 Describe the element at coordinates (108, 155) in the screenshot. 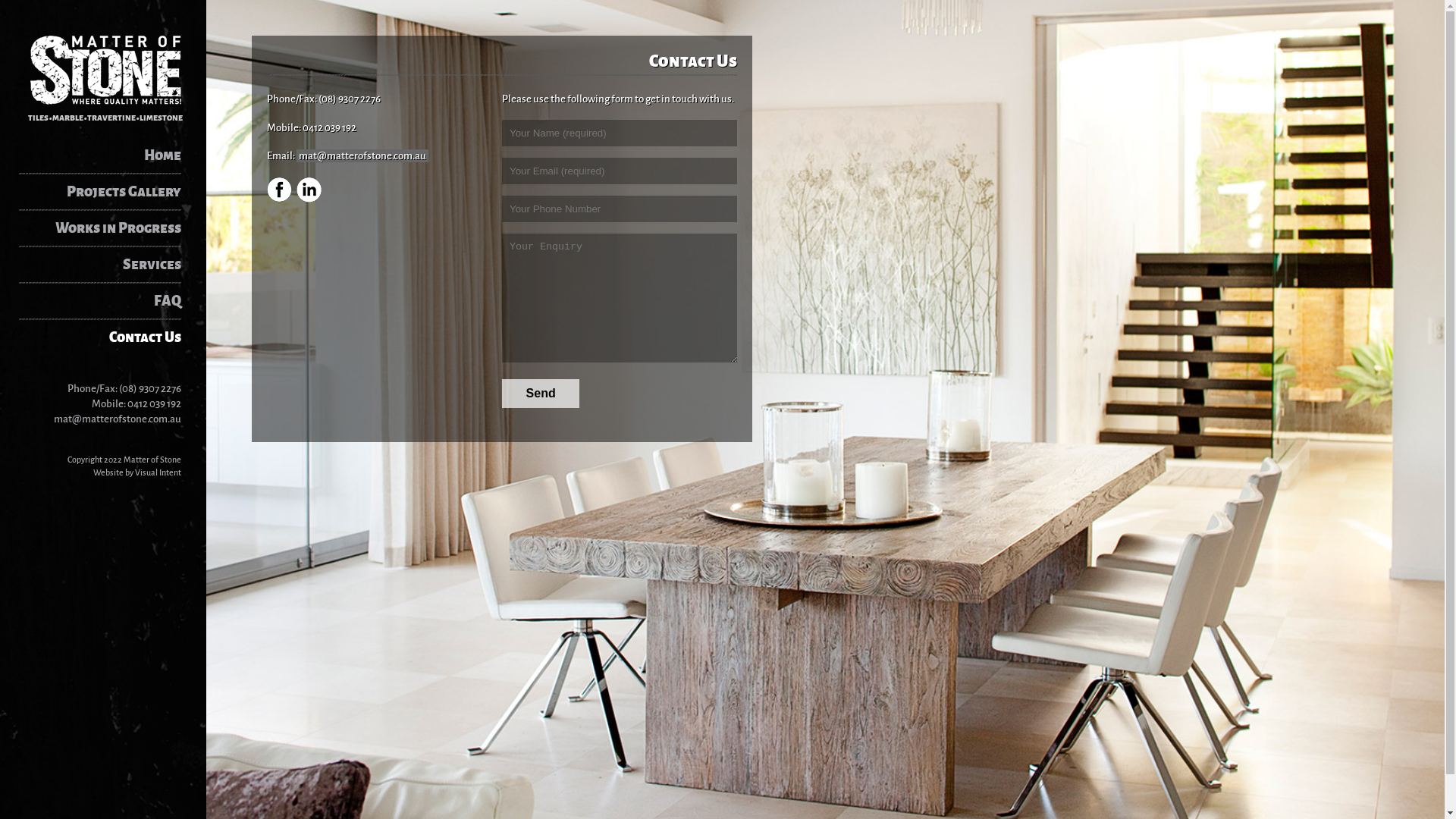

I see `'Home'` at that location.